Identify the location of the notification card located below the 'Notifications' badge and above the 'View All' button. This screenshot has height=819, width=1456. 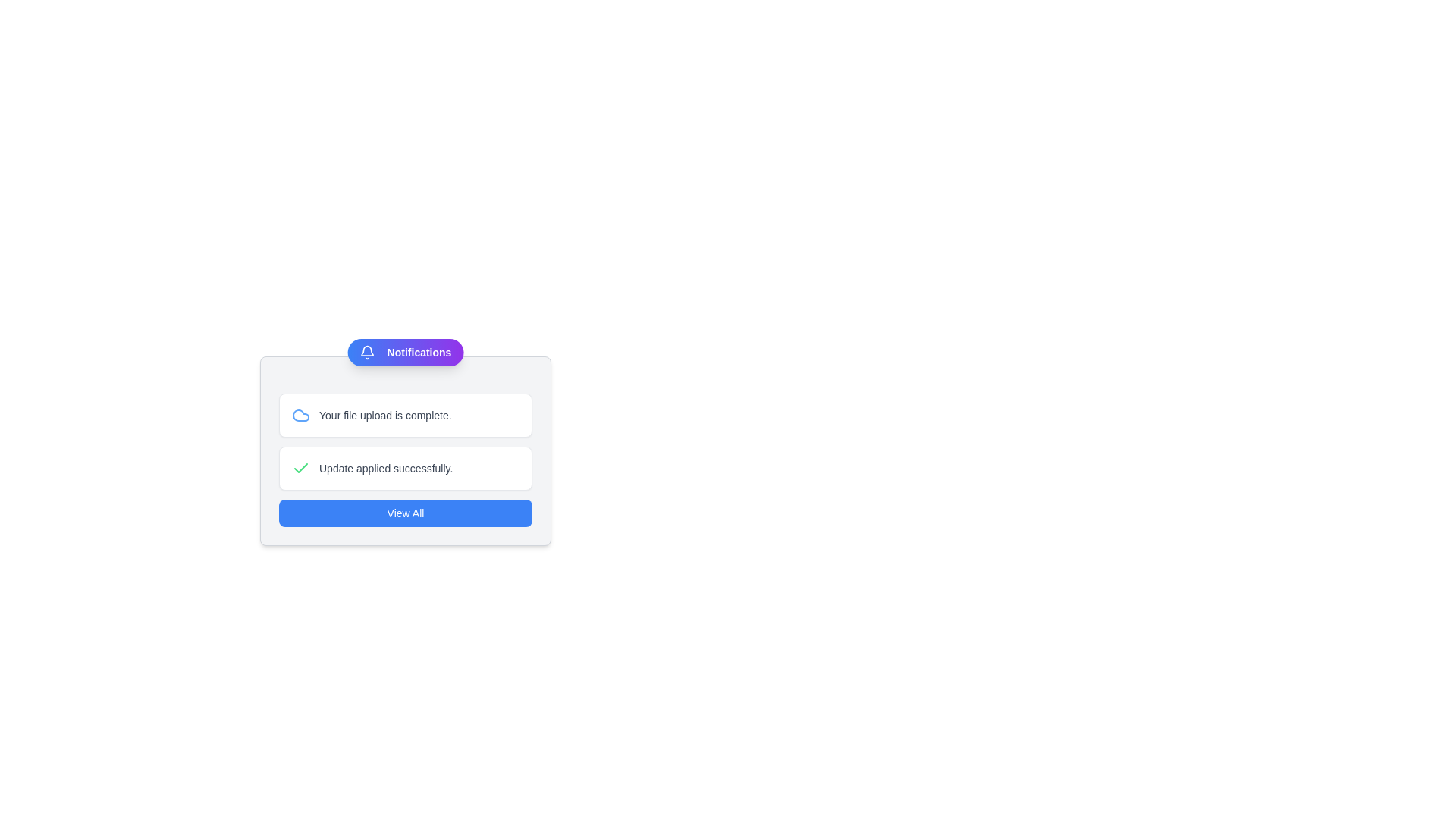
(405, 450).